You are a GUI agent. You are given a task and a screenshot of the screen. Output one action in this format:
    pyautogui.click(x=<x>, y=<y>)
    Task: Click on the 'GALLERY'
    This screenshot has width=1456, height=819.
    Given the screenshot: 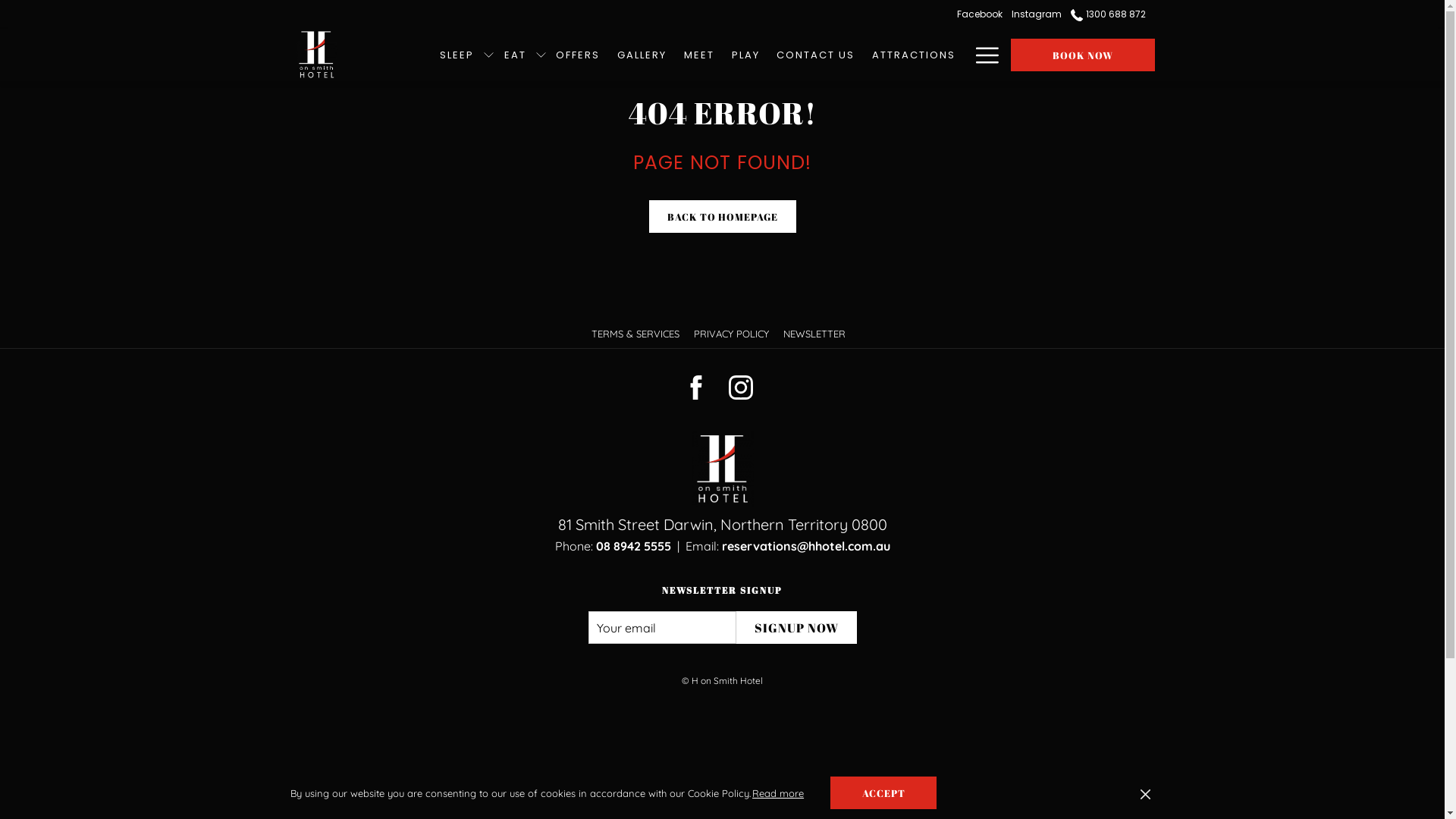 What is the action you would take?
    pyautogui.click(x=648, y=54)
    